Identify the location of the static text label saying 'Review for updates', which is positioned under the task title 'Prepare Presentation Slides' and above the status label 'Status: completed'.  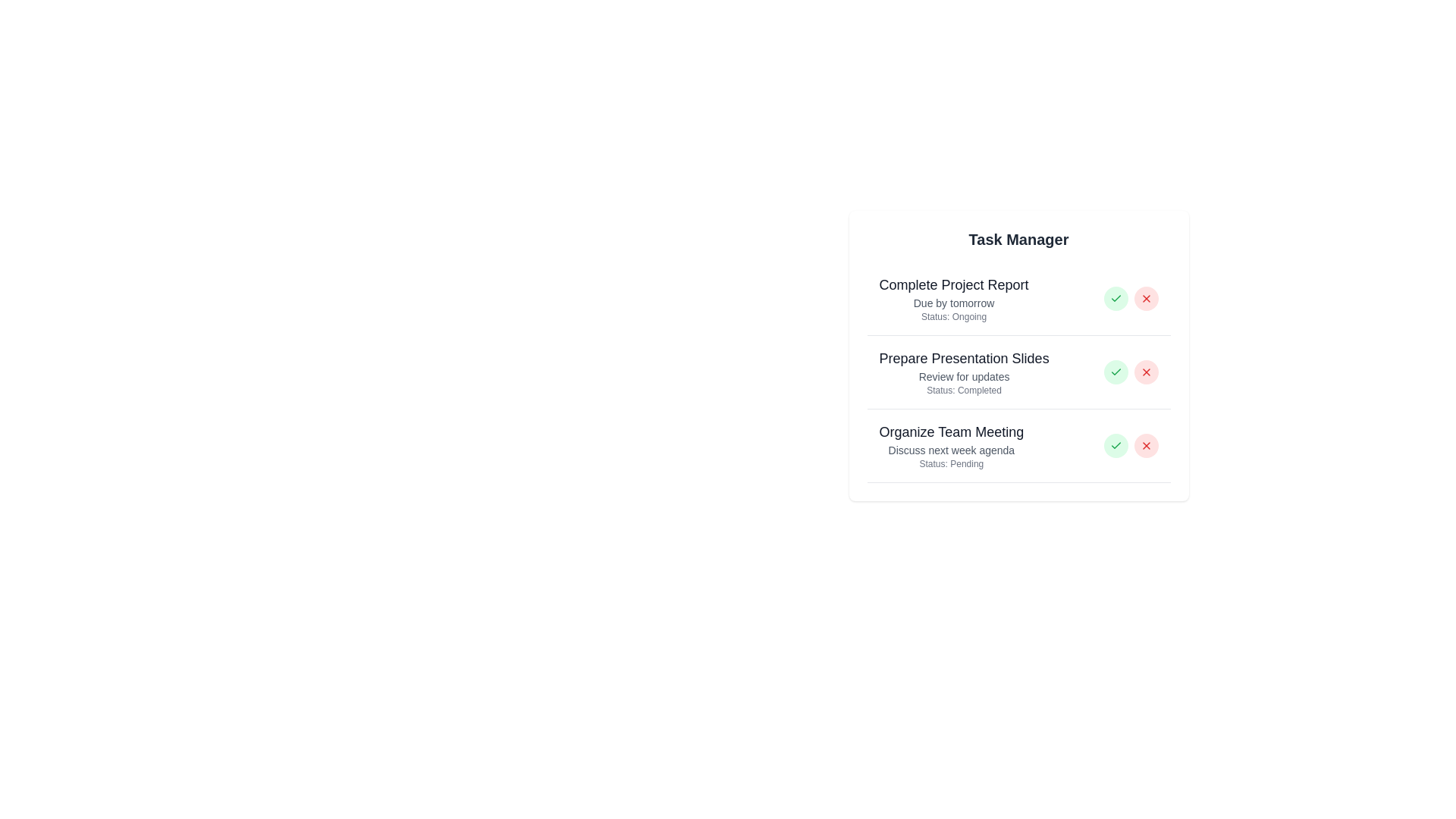
(963, 376).